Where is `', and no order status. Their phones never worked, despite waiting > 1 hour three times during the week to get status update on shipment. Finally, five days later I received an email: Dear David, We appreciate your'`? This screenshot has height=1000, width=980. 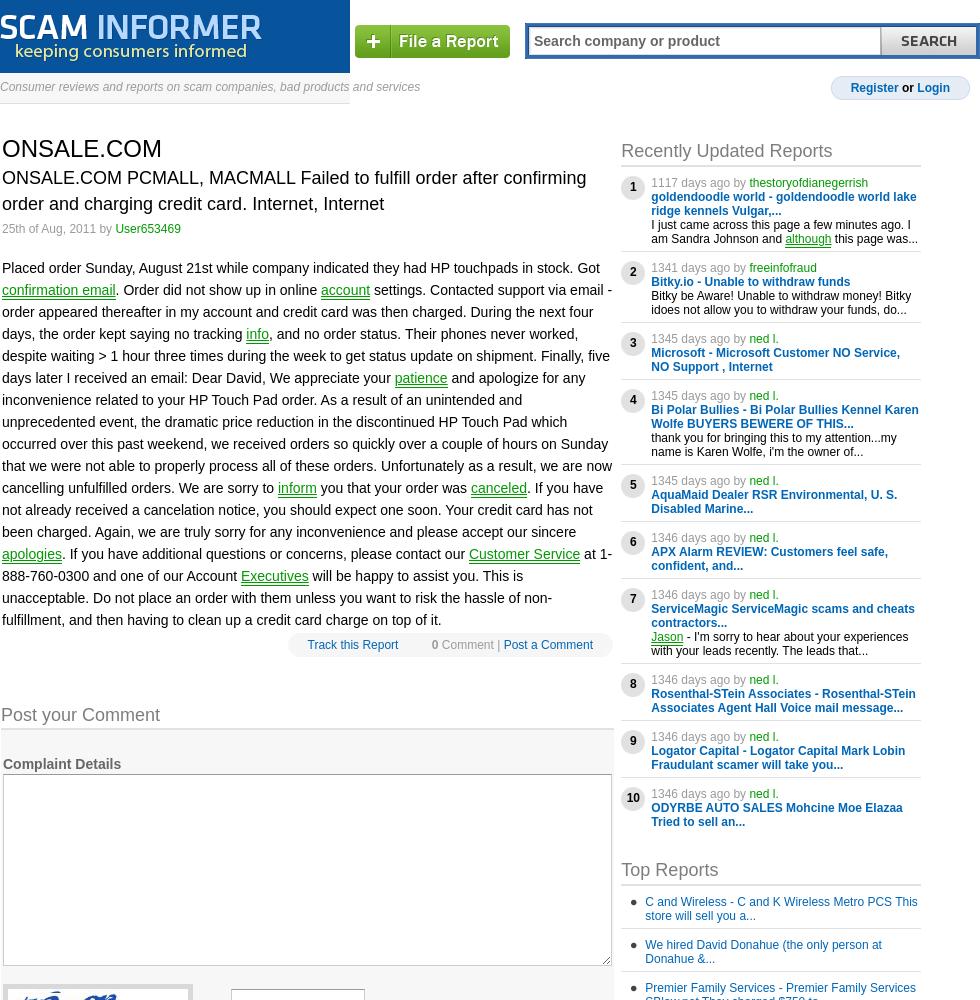 ', and no order status. Their phones never worked, despite waiting > 1 hour three times during the week to get status update on shipment. Finally, five days later I received an email: Dear David, We appreciate your' is located at coordinates (305, 355).